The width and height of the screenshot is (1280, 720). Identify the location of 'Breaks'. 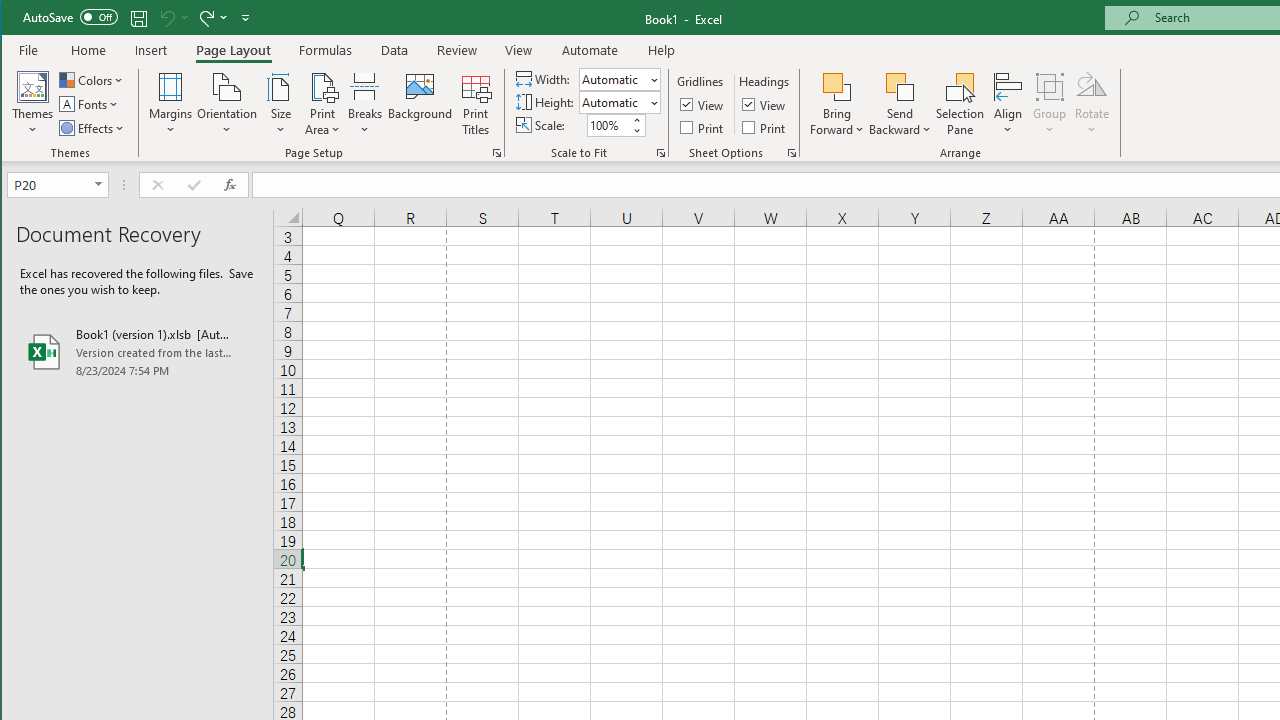
(365, 104).